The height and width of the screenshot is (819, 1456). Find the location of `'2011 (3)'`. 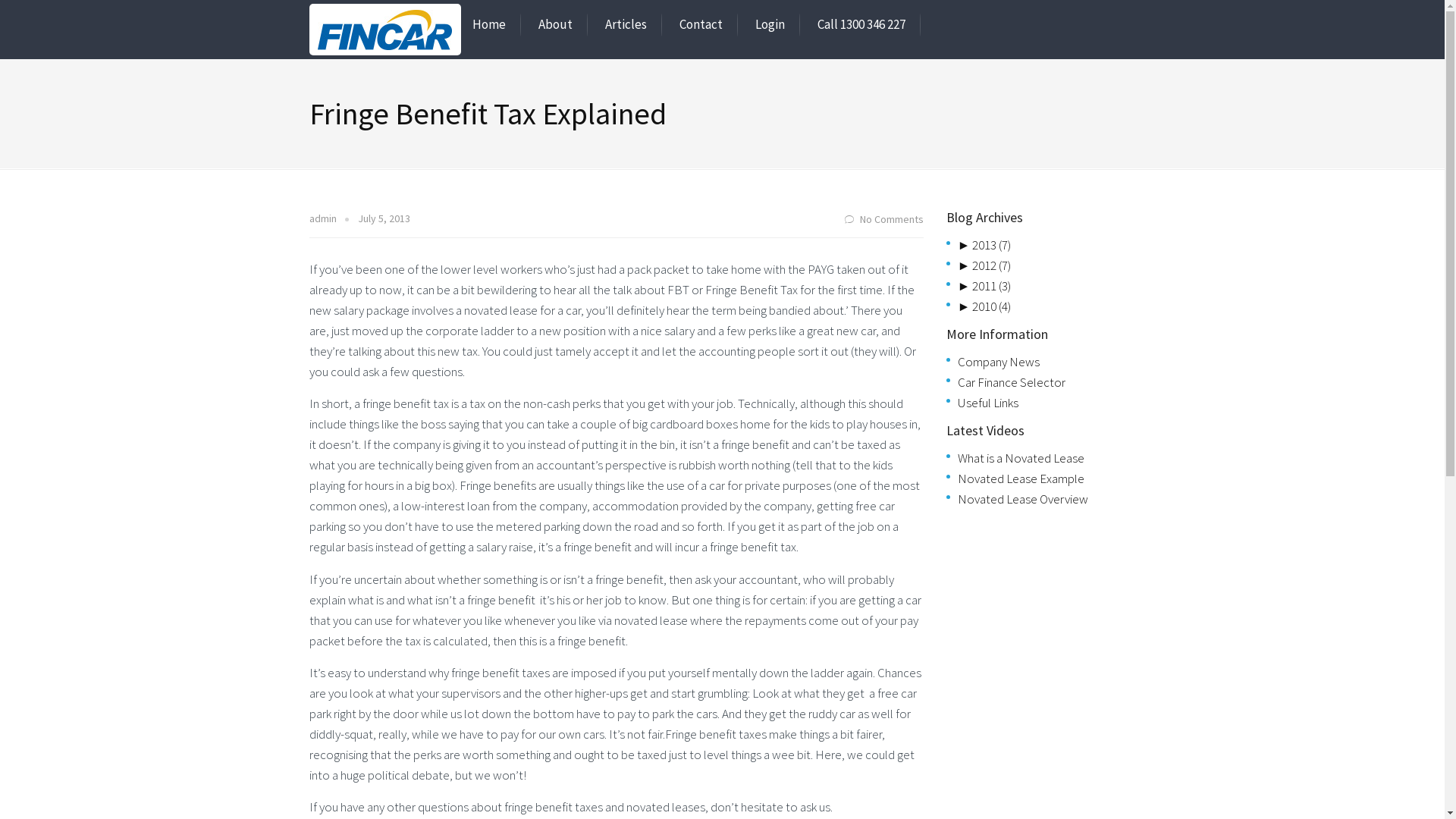

'2011 (3)' is located at coordinates (971, 286).